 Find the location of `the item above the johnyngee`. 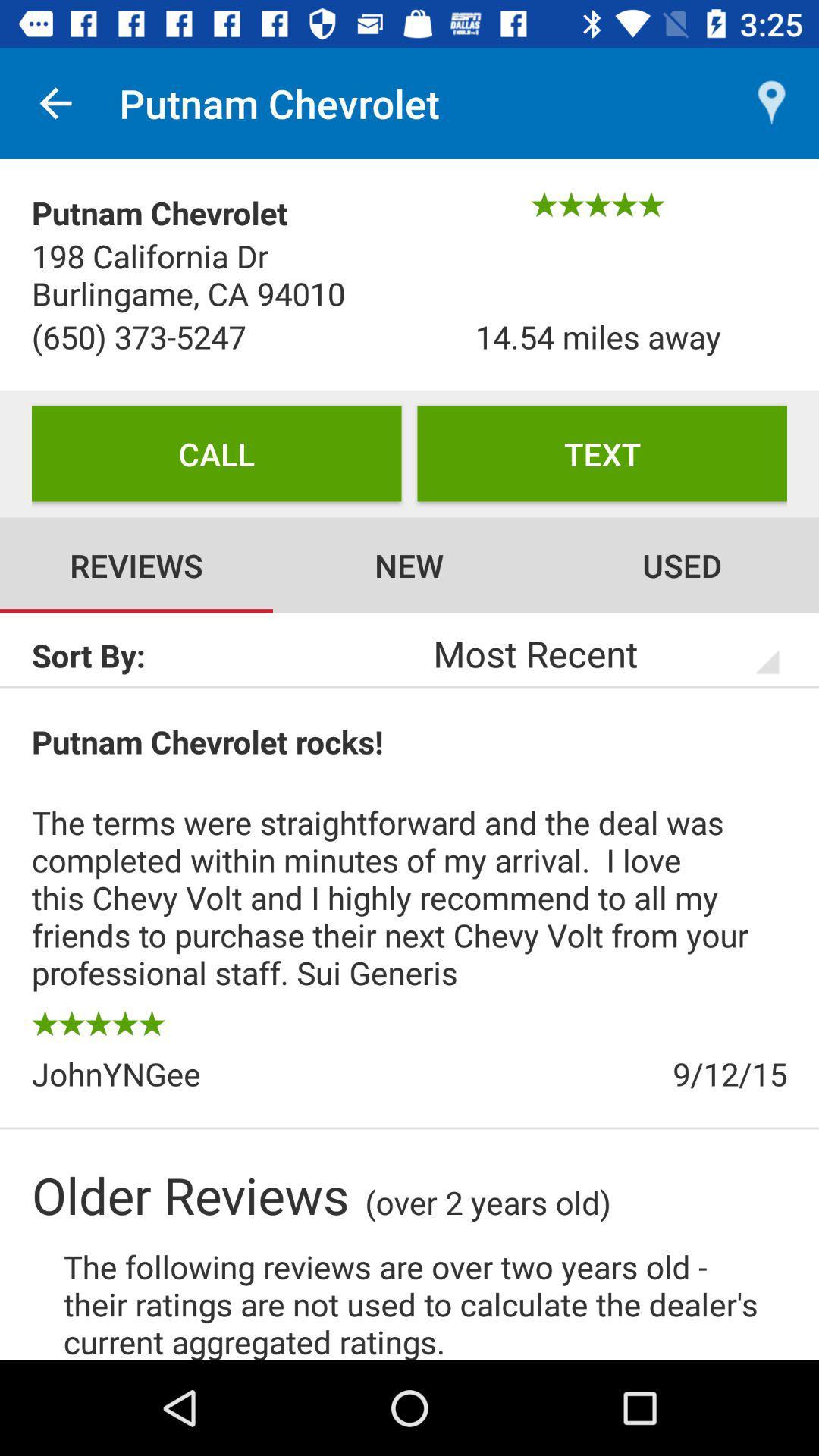

the item above the johnyngee is located at coordinates (99, 1023).